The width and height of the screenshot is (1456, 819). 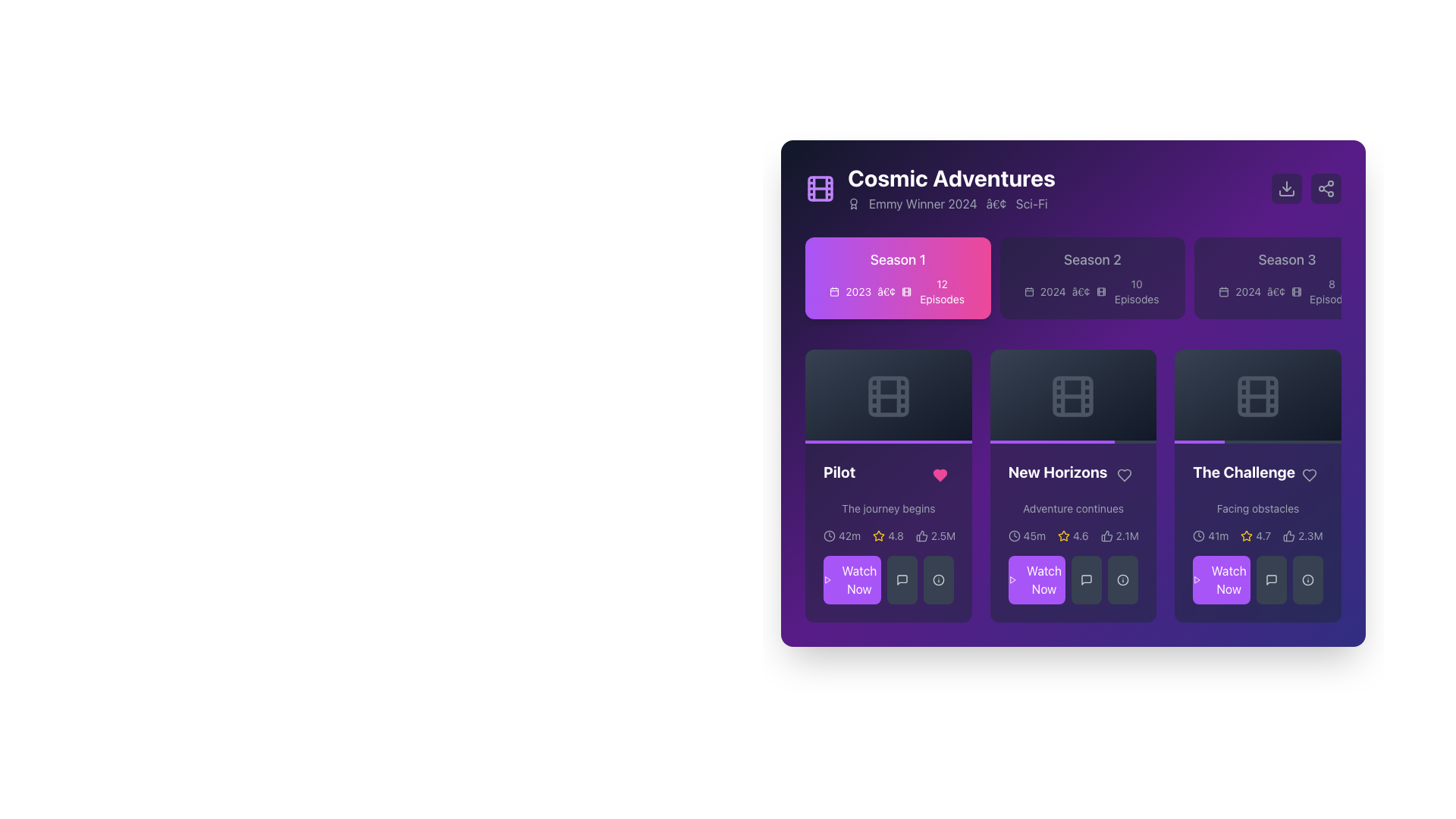 What do you see at coordinates (852, 579) in the screenshot?
I see `the purple button labeled 'Watch Now' located` at bounding box center [852, 579].